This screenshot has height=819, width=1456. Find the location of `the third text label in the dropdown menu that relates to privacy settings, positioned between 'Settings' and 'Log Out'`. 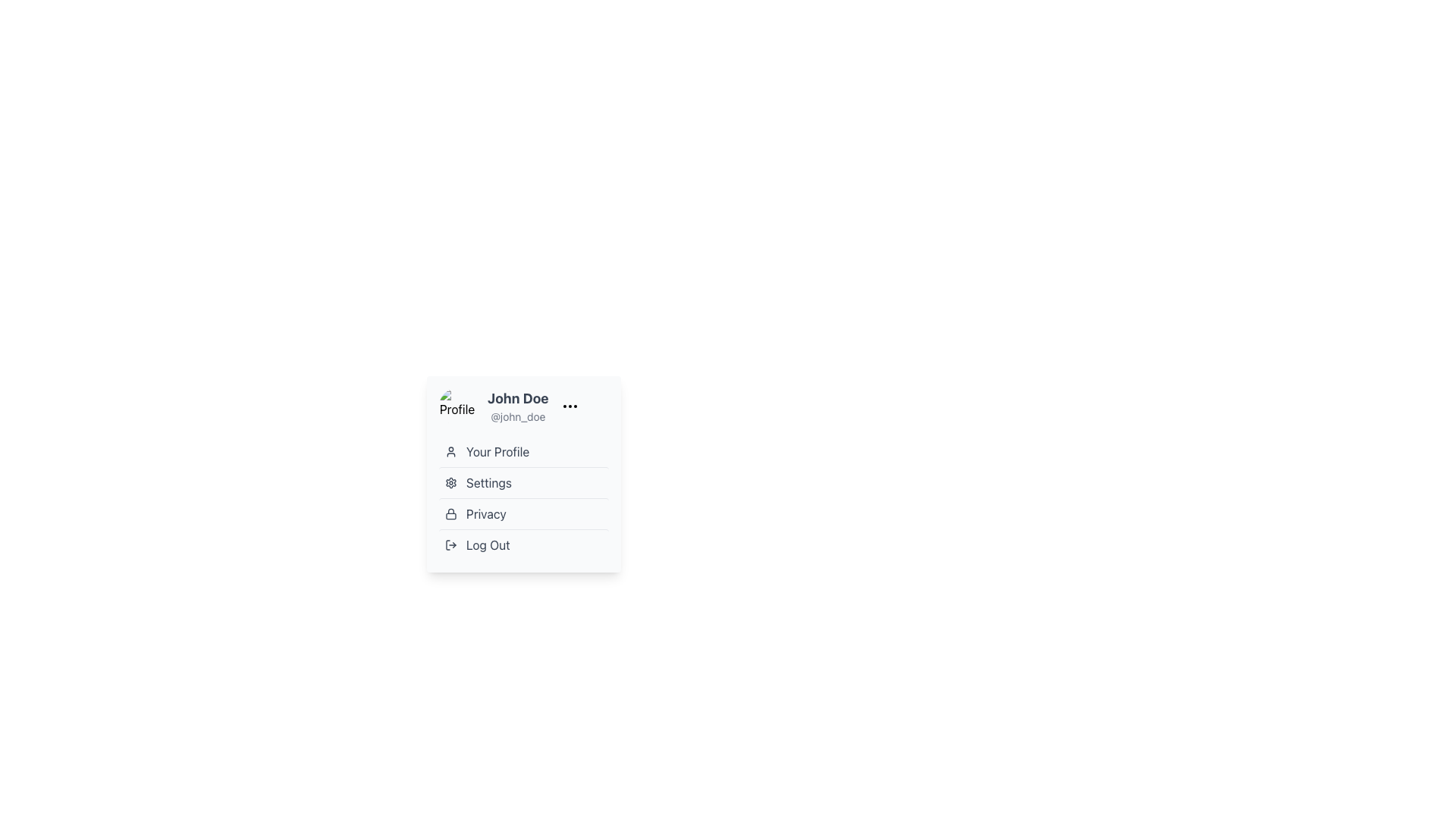

the third text label in the dropdown menu that relates to privacy settings, positioned between 'Settings' and 'Log Out' is located at coordinates (486, 513).